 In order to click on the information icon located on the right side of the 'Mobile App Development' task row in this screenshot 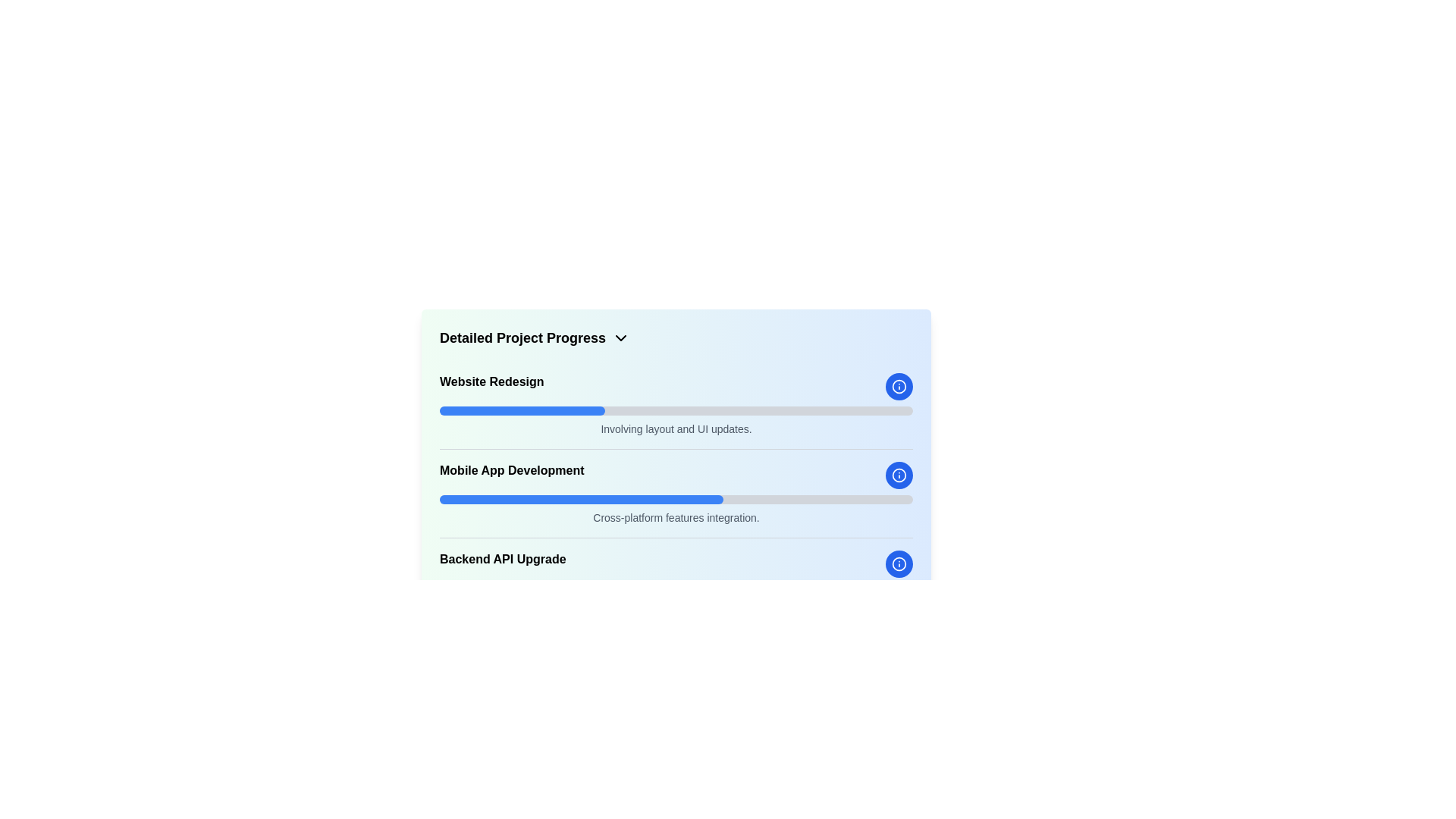, I will do `click(899, 475)`.